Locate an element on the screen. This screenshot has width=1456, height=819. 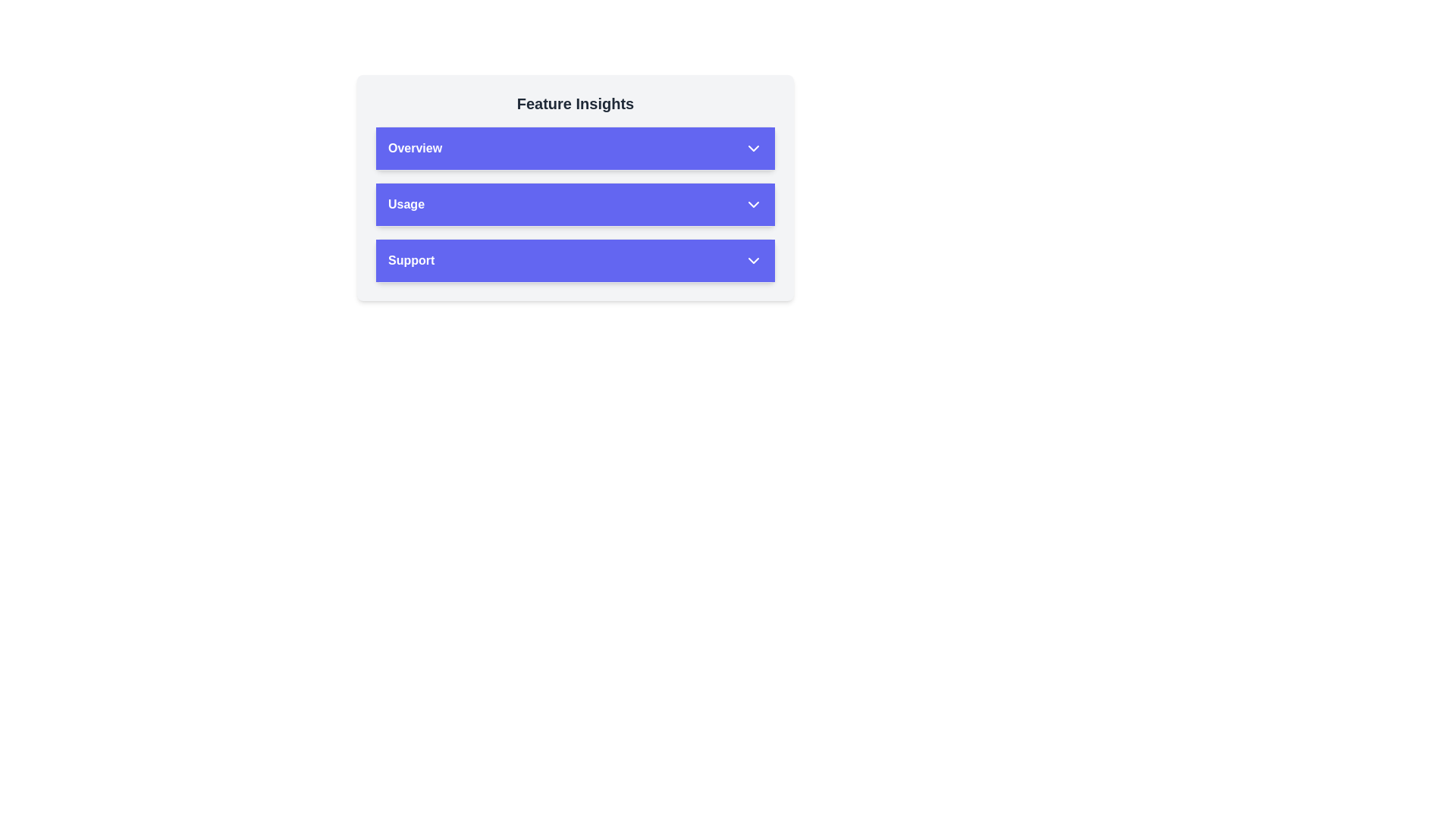
the label that indicates the purpose of the associated section, which is styled with a purple background and white text, located between the 'Overview' and 'Support' sections is located at coordinates (406, 205).